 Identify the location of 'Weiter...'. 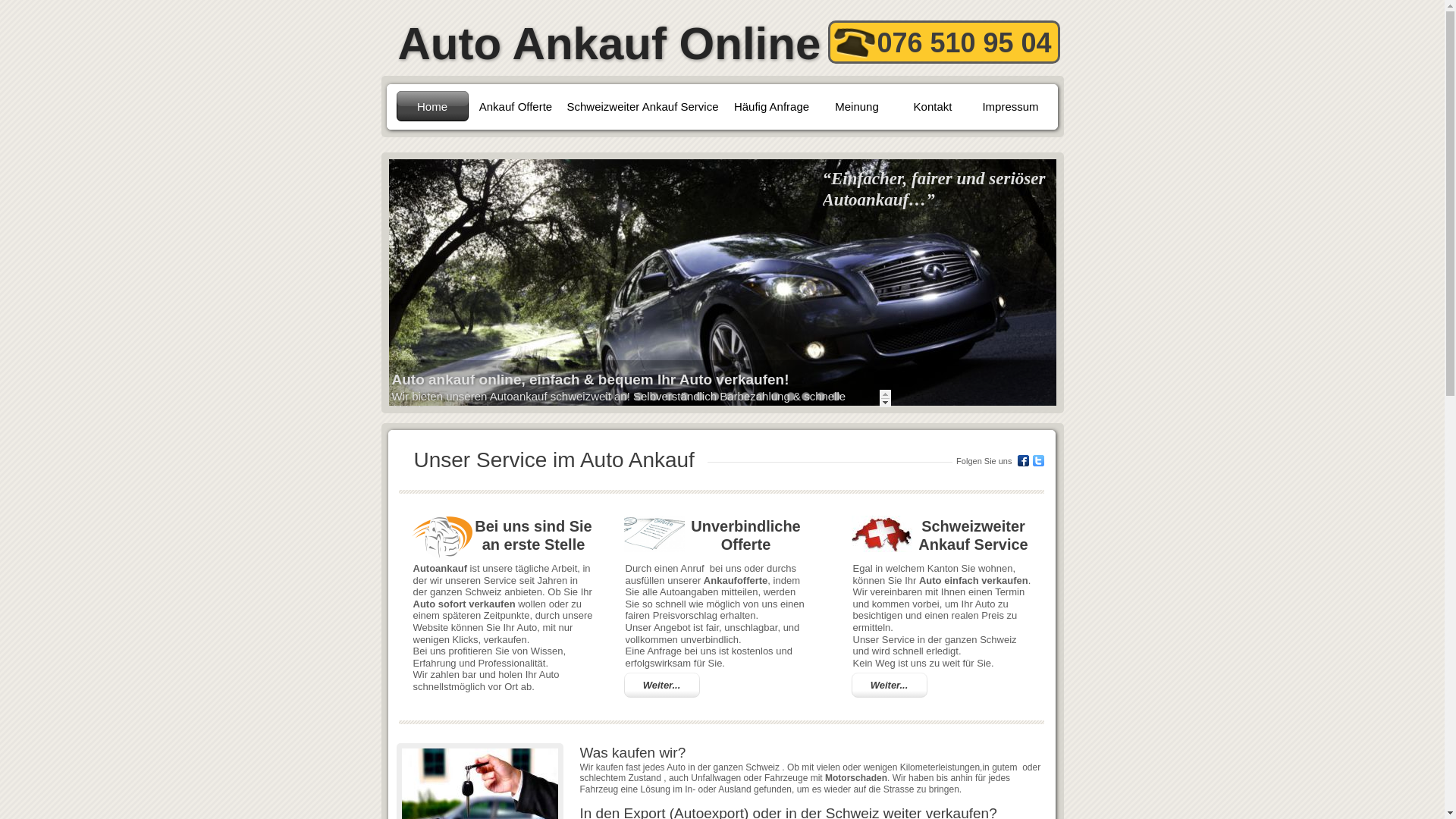
(888, 685).